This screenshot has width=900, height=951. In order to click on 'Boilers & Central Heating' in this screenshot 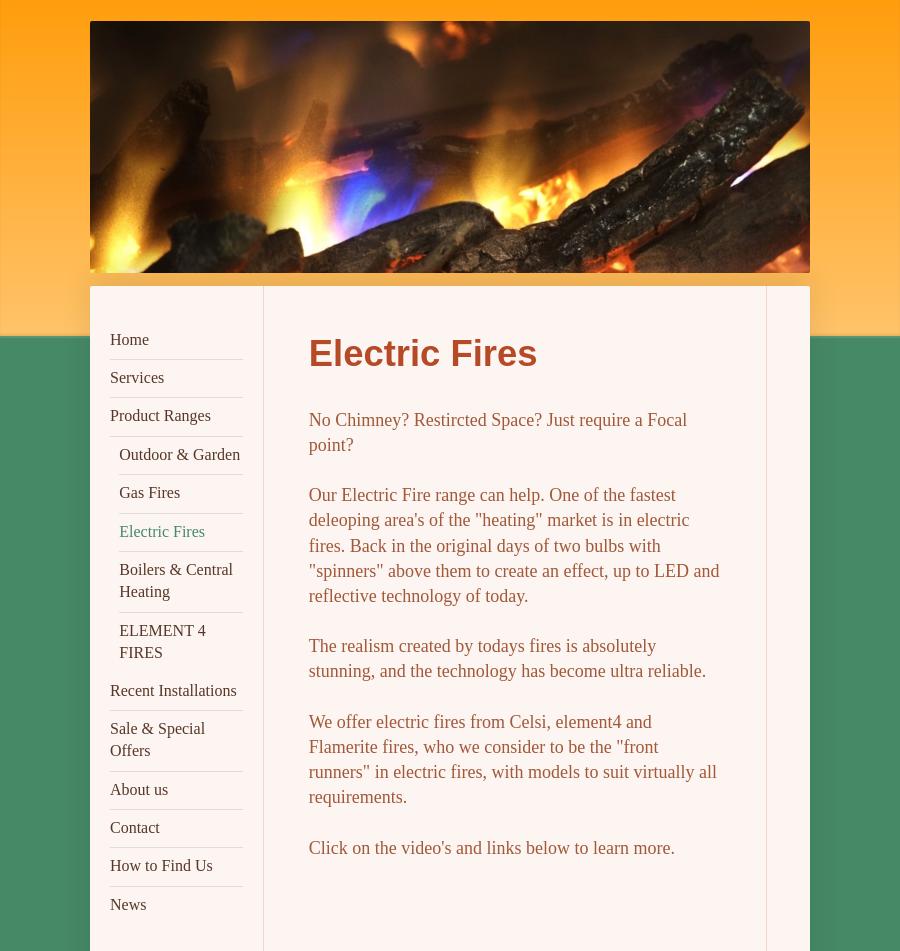, I will do `click(176, 579)`.